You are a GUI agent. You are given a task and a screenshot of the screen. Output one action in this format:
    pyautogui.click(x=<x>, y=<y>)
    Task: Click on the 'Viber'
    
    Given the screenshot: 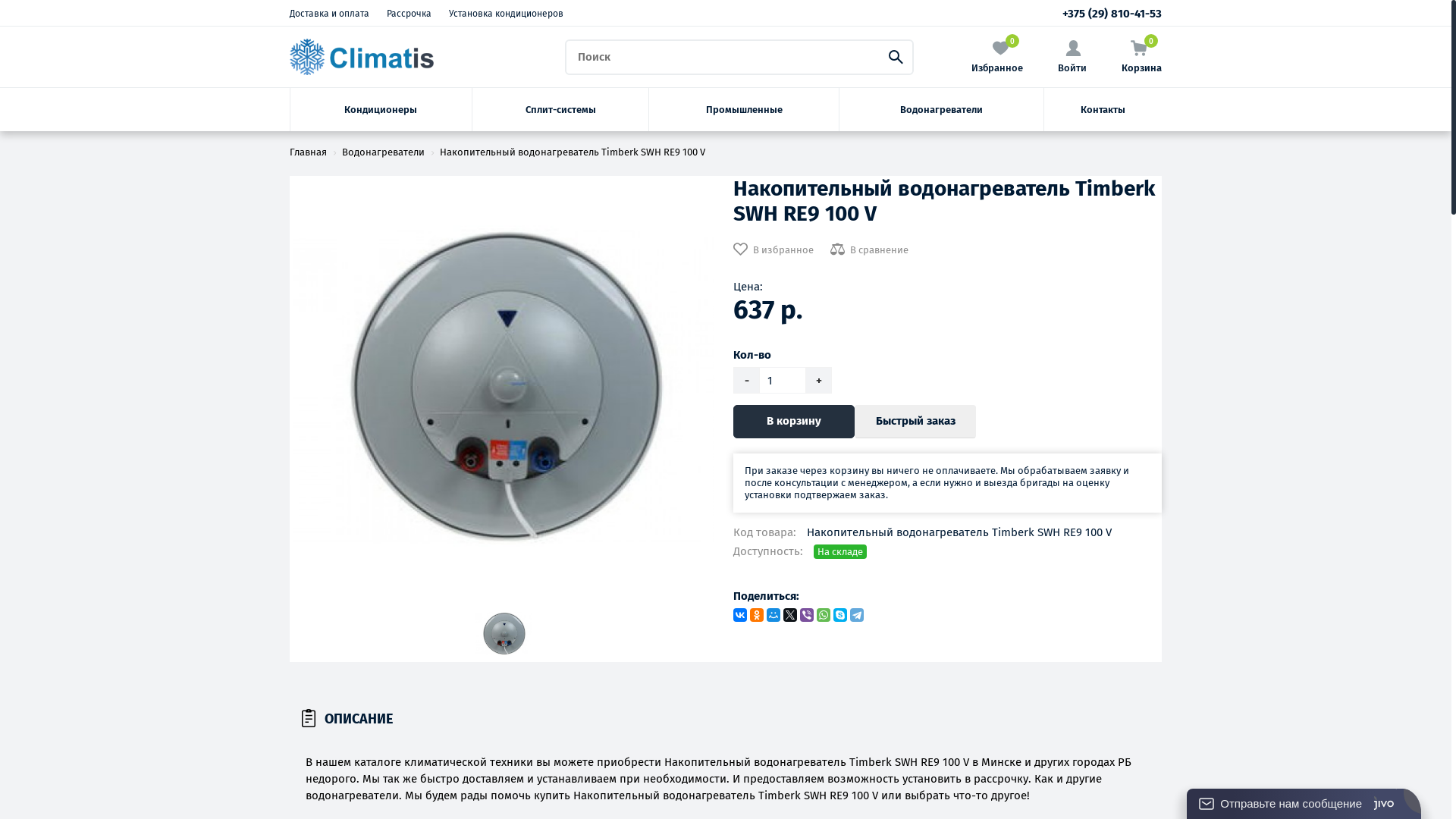 What is the action you would take?
    pyautogui.click(x=806, y=614)
    